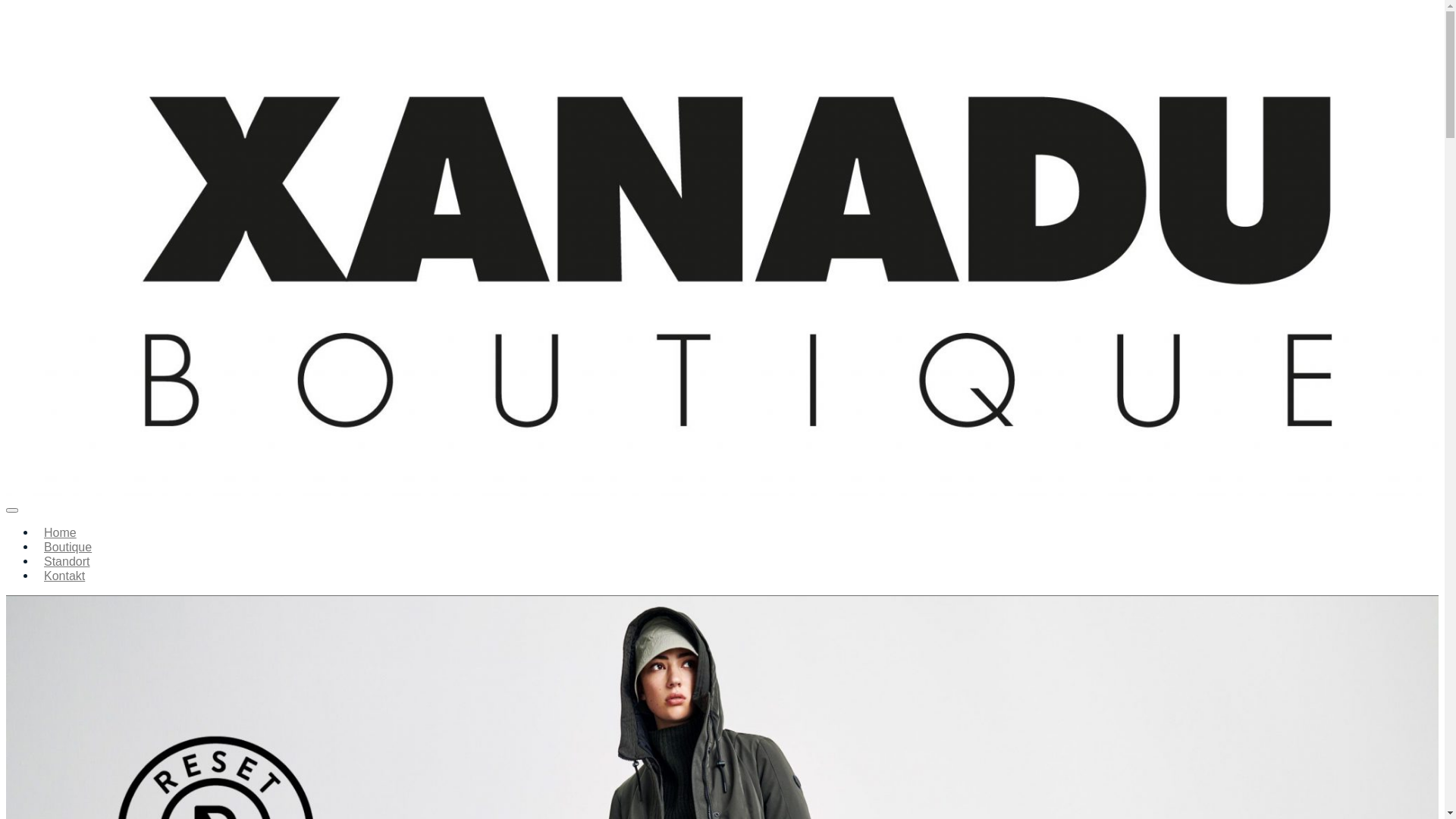 The width and height of the screenshot is (1456, 819). What do you see at coordinates (65, 561) in the screenshot?
I see `'Standort'` at bounding box center [65, 561].